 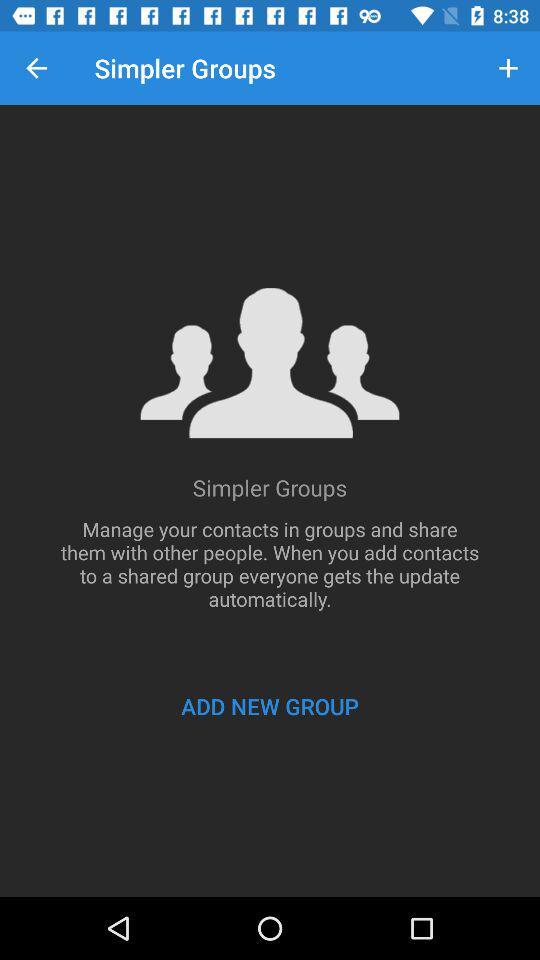 What do you see at coordinates (508, 68) in the screenshot?
I see `icon at the top right corner` at bounding box center [508, 68].